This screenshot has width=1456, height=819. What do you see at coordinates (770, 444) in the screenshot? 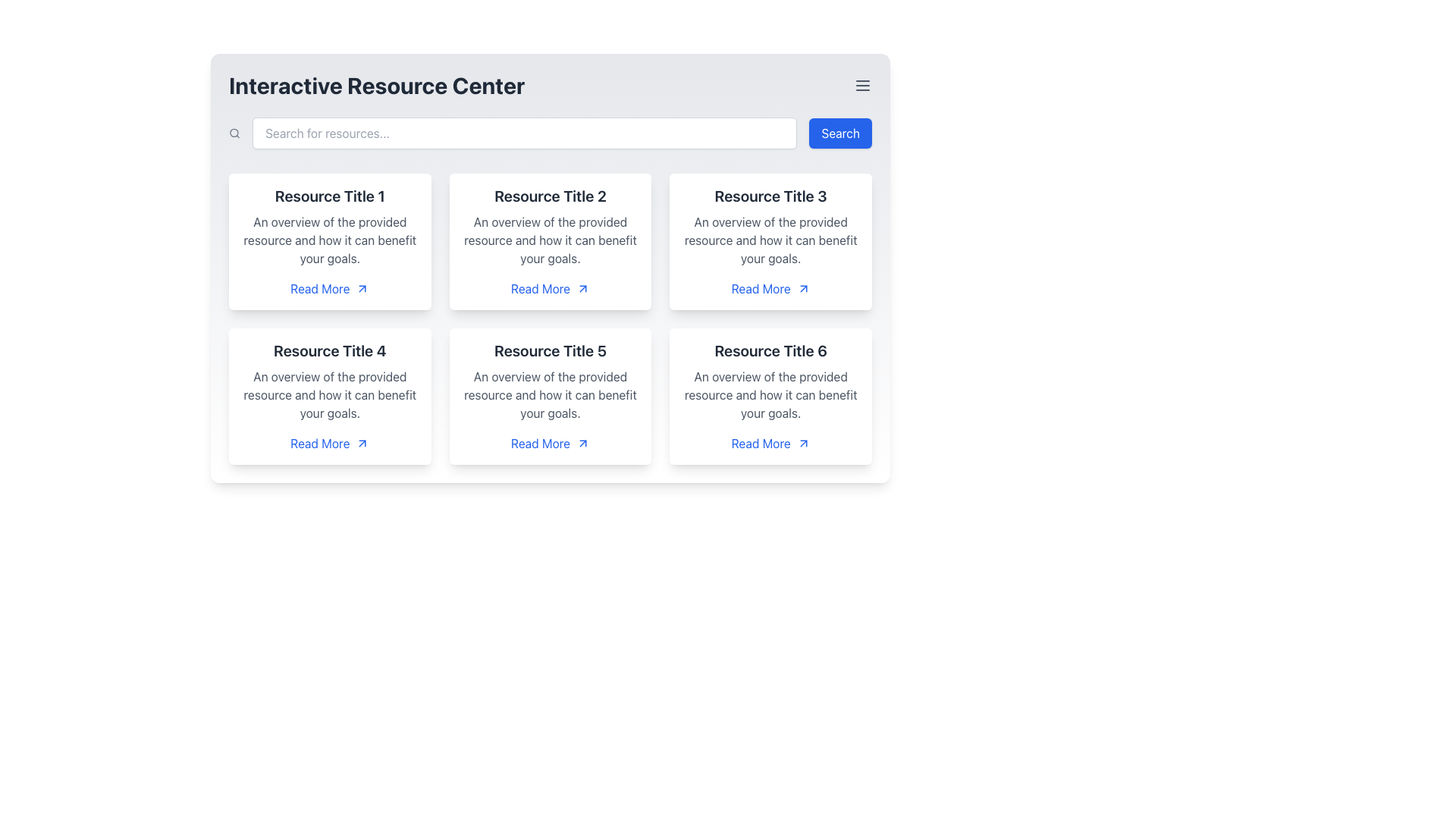
I see `the blue text link labeled 'Read More' with an upward arrow icon` at bounding box center [770, 444].